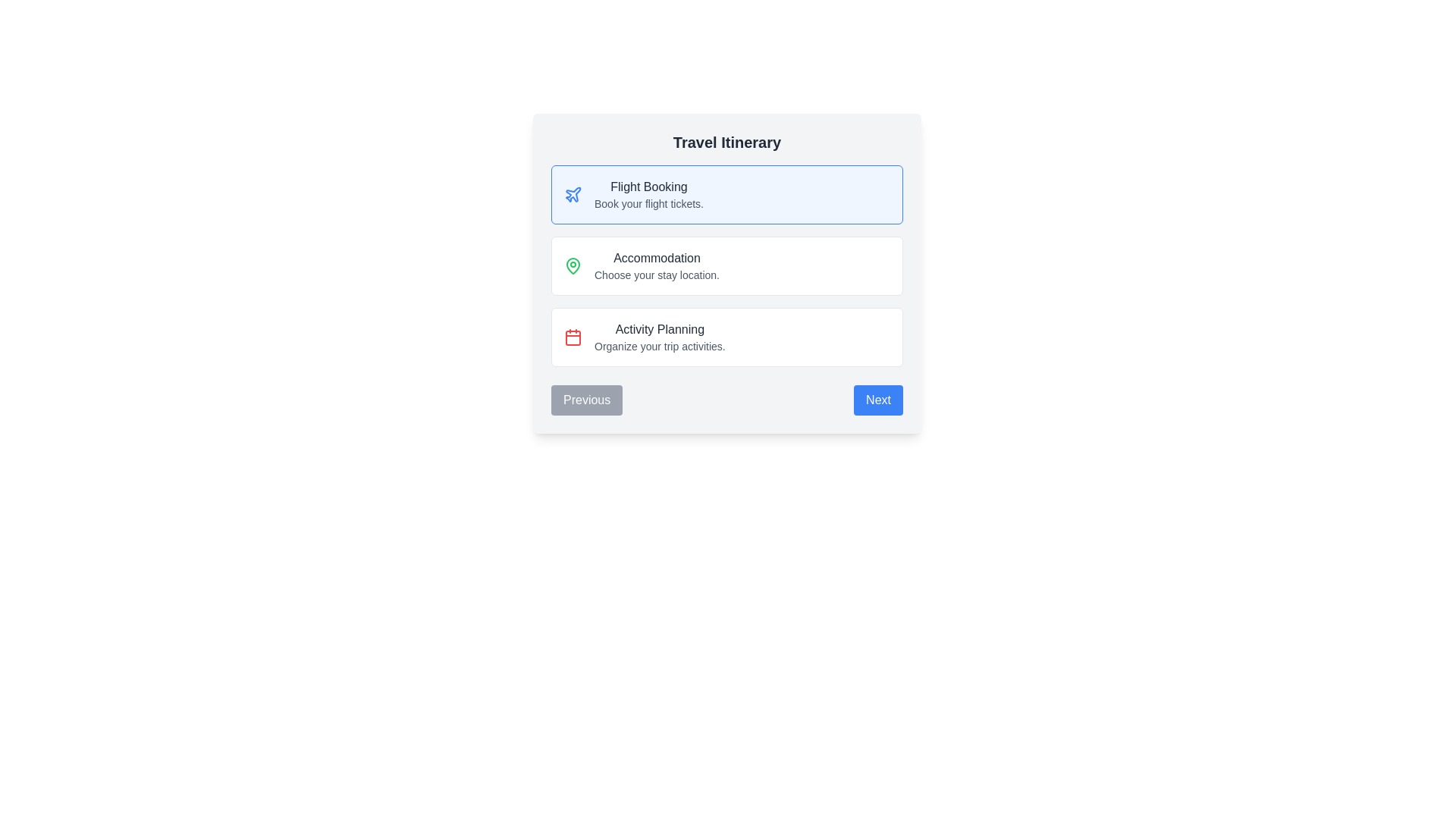  What do you see at coordinates (660, 336) in the screenshot?
I see `the descriptive text element for the 'Activity Planning' section located in the third card under the 'Travel Itinerary' header` at bounding box center [660, 336].